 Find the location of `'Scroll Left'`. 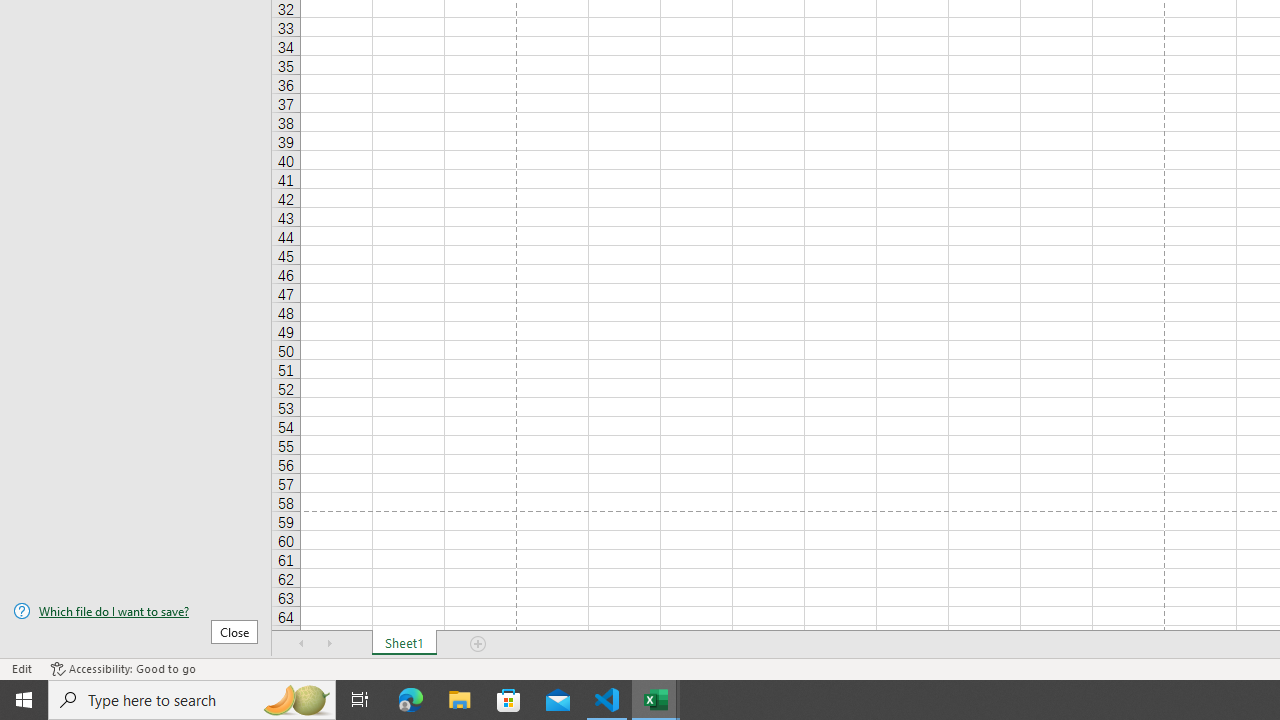

'Scroll Left' is located at coordinates (301, 644).